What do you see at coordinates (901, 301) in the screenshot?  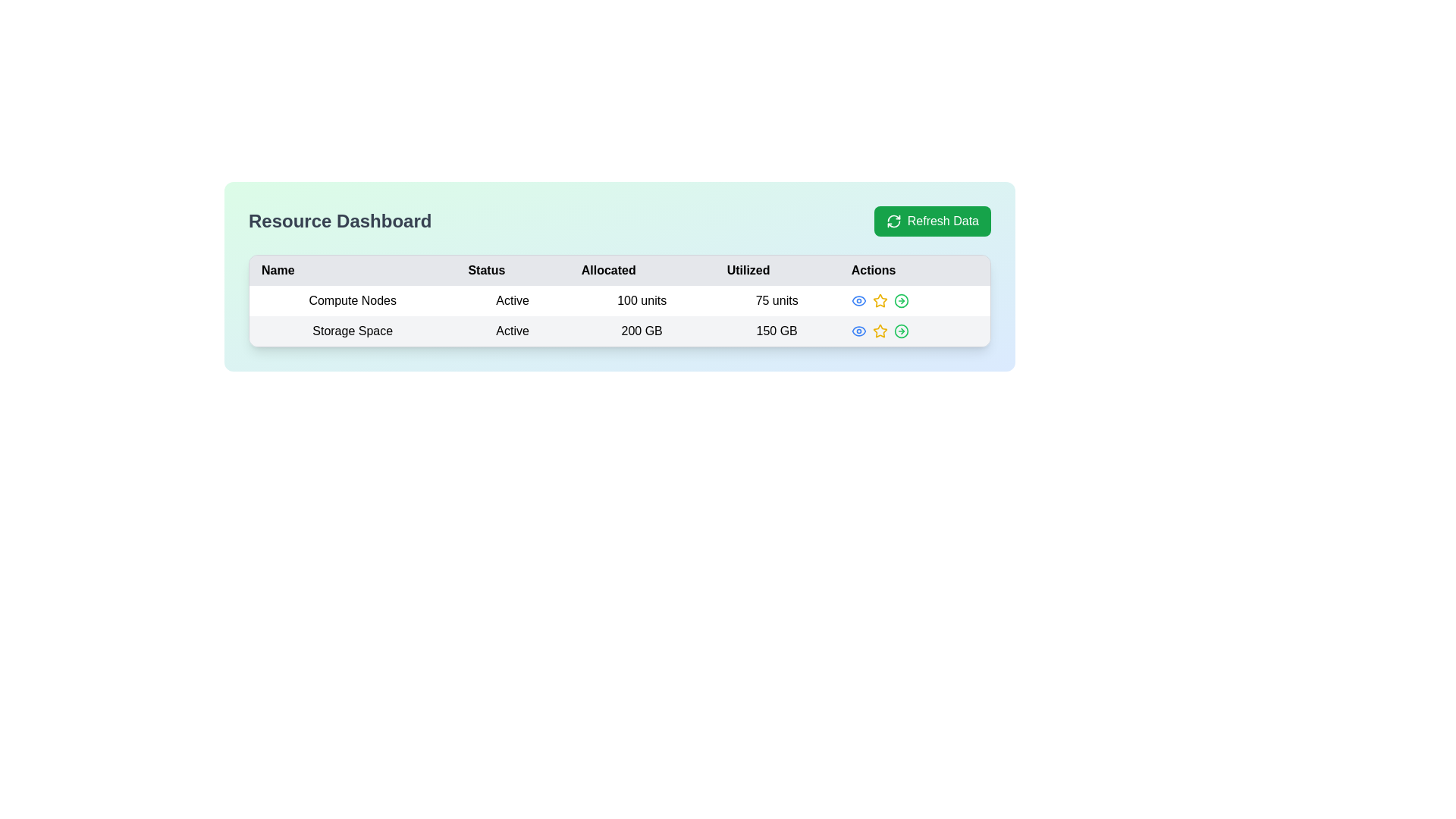 I see `the green circular icon button with a right-pointing arrow, located in the first row of the 'Actions' column, third from the left` at bounding box center [901, 301].